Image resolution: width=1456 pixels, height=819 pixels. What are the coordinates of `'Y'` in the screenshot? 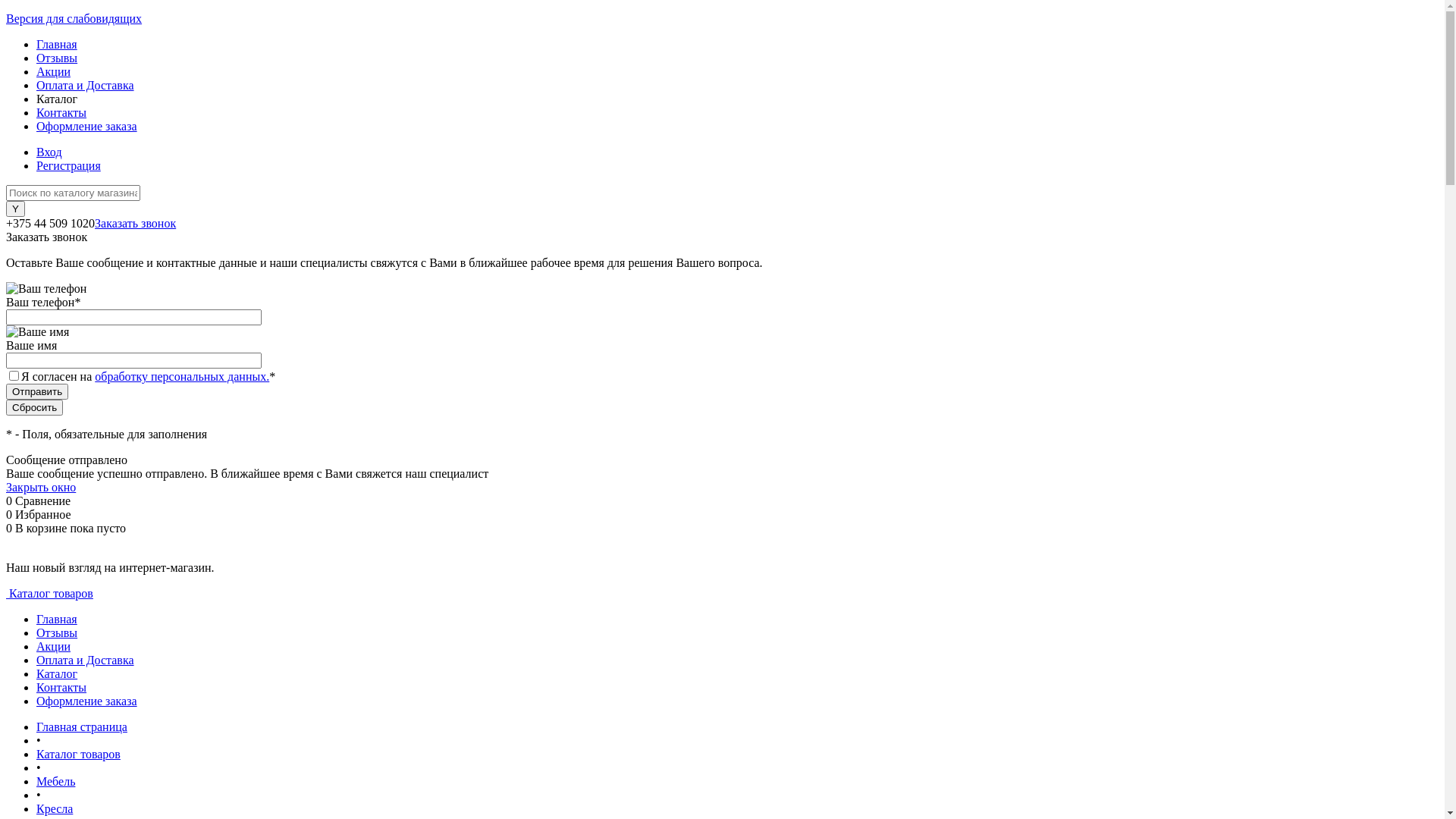 It's located at (15, 209).